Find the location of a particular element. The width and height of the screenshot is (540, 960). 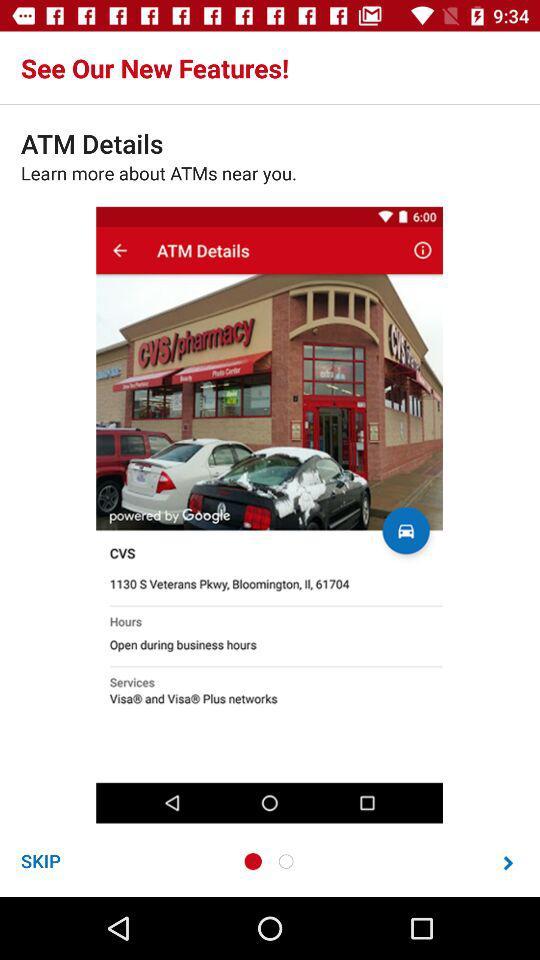

next is located at coordinates (508, 861).